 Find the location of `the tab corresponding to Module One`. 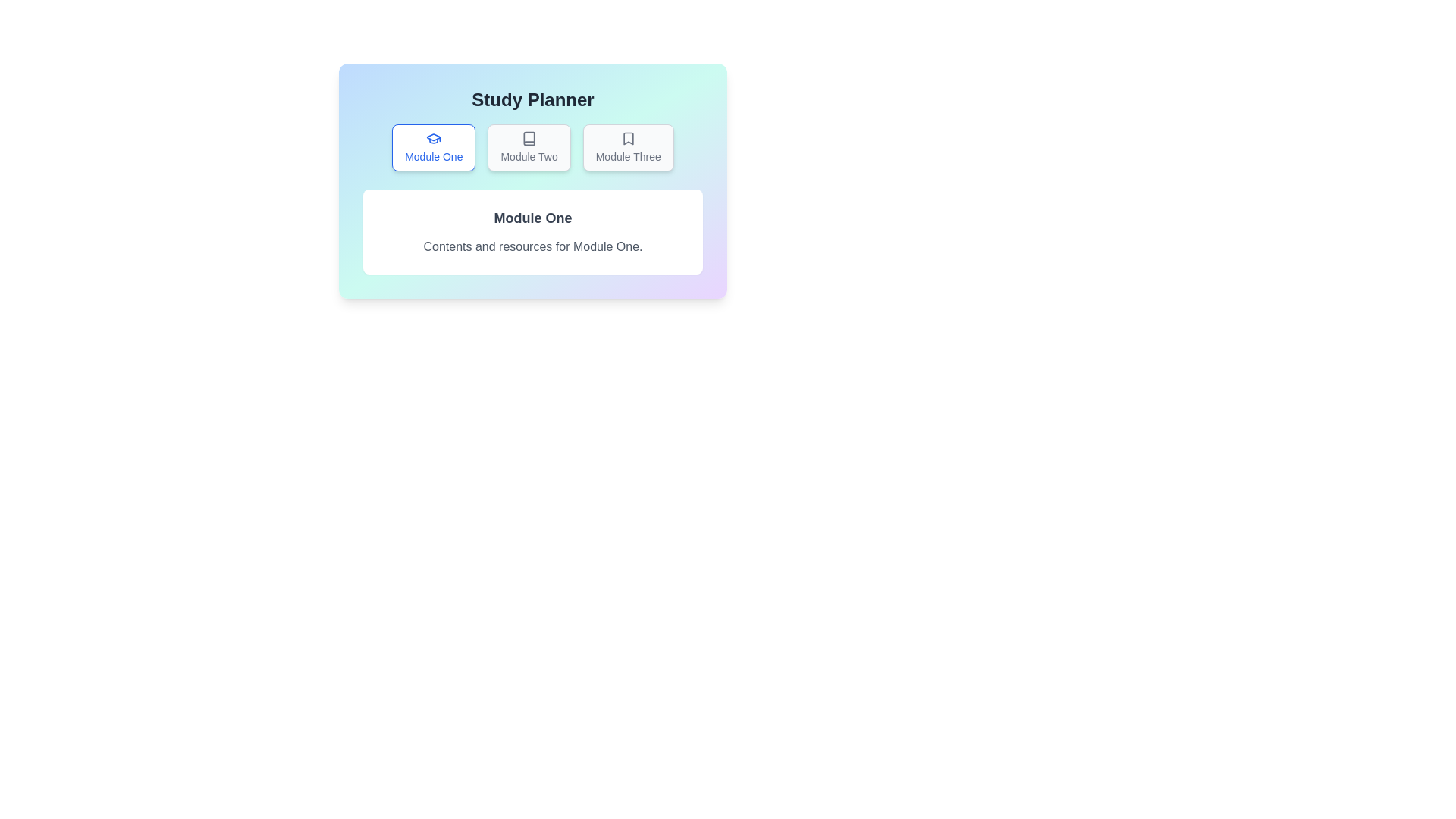

the tab corresponding to Module One is located at coordinates (433, 148).